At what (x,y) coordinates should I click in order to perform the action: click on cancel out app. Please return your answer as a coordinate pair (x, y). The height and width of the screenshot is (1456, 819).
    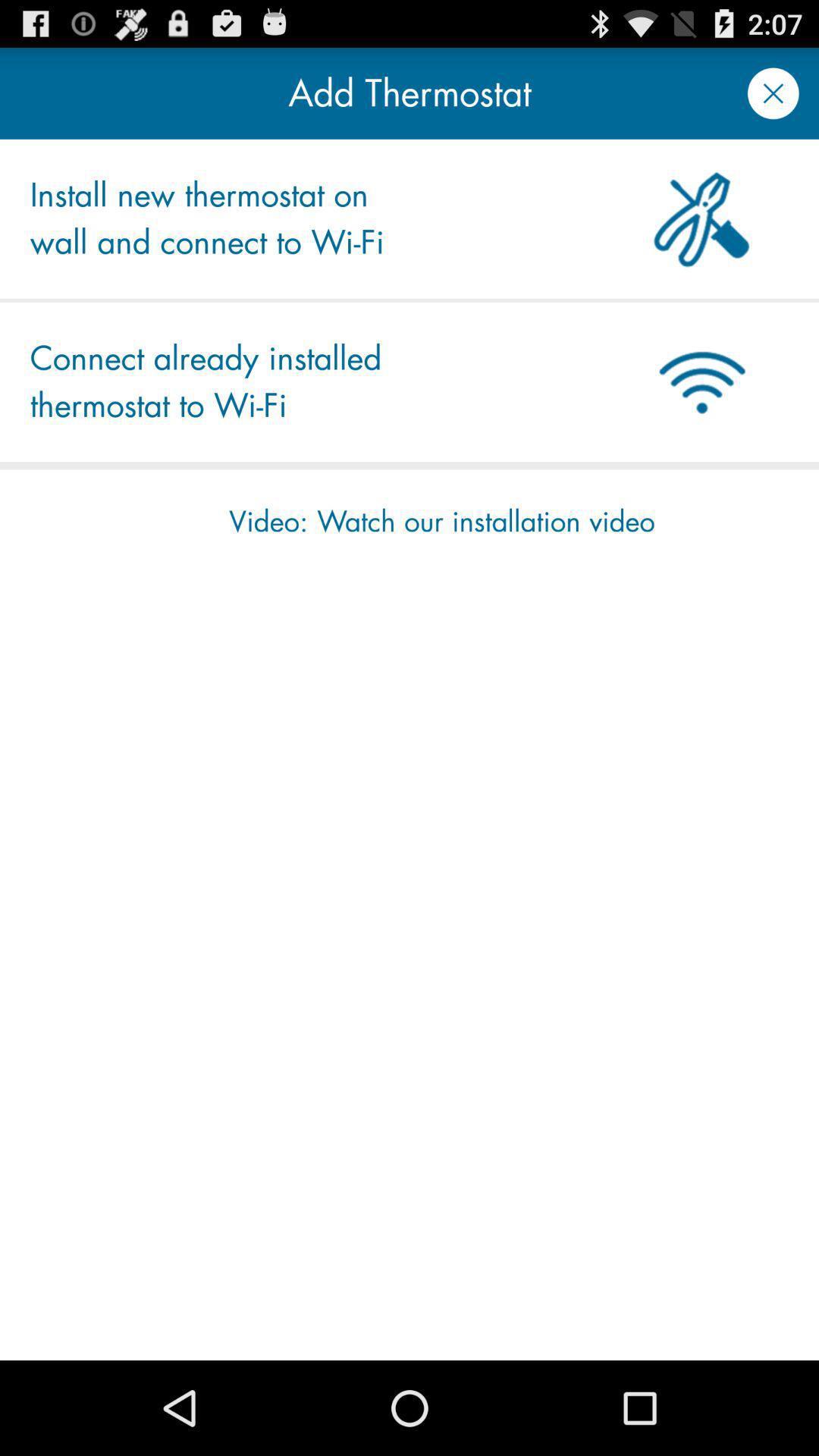
    Looking at the image, I should click on (773, 93).